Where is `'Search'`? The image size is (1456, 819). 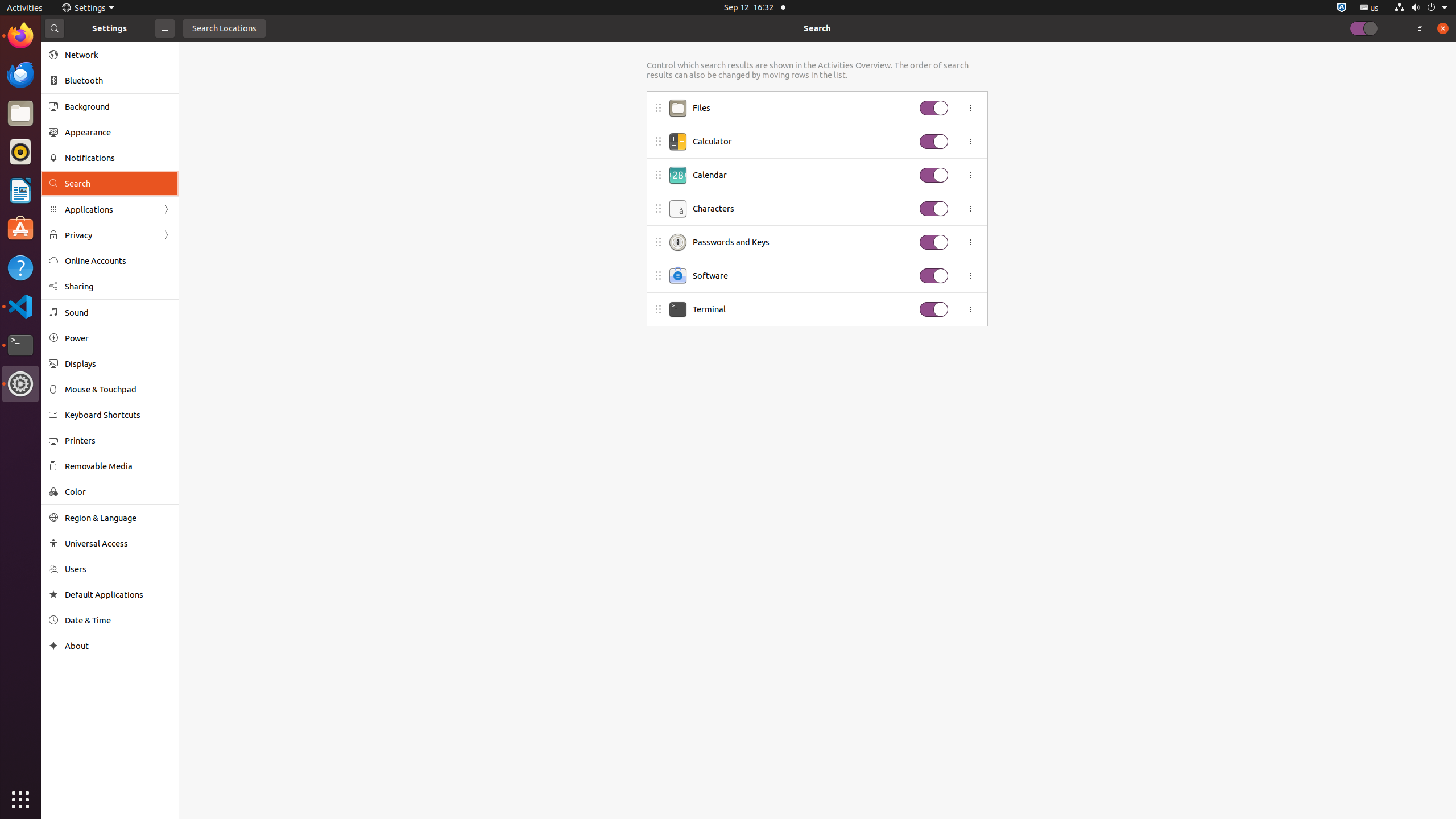
'Search' is located at coordinates (816, 28).